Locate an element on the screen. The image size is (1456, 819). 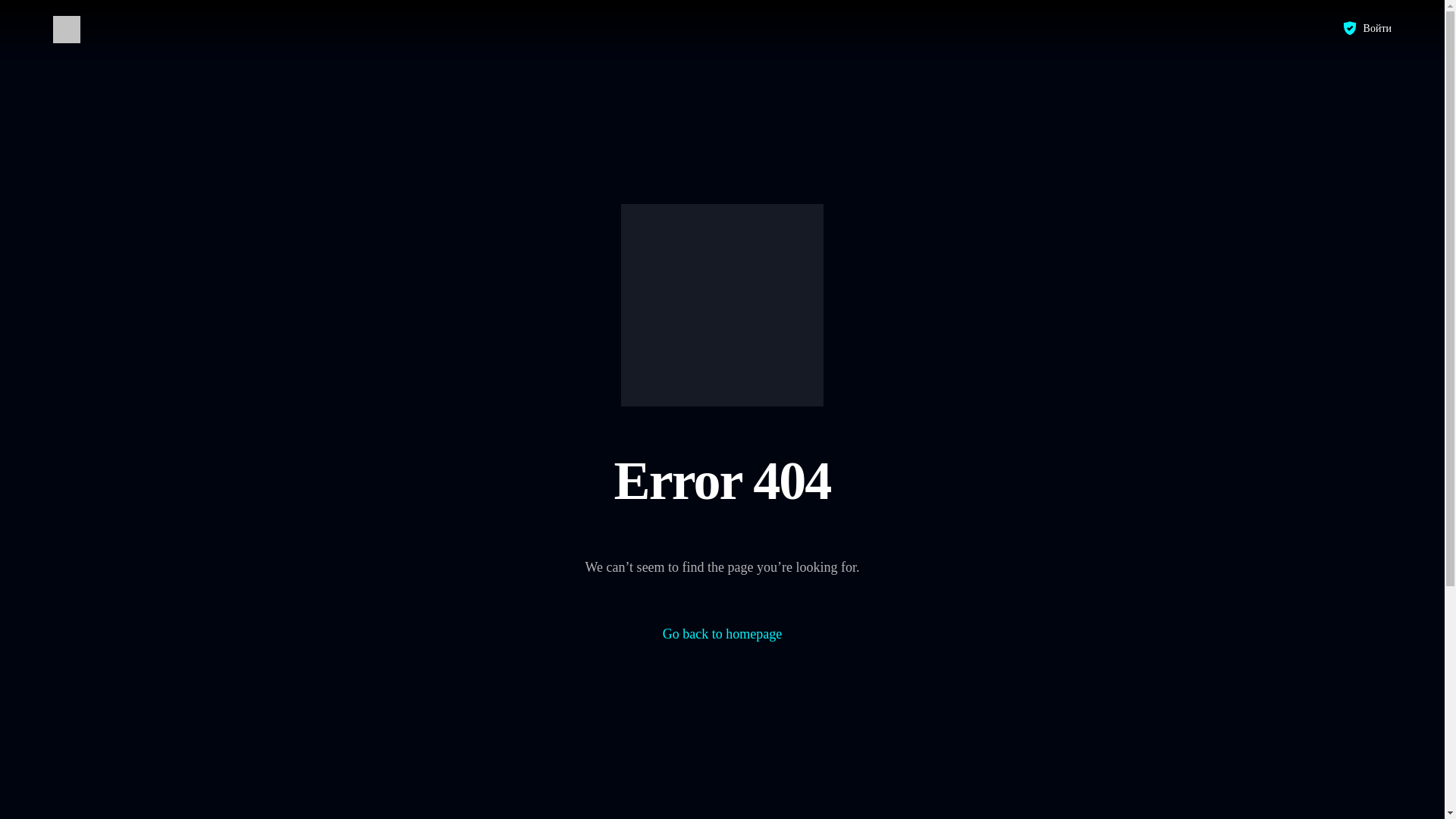
'Go back to homepage' is located at coordinates (721, 634).